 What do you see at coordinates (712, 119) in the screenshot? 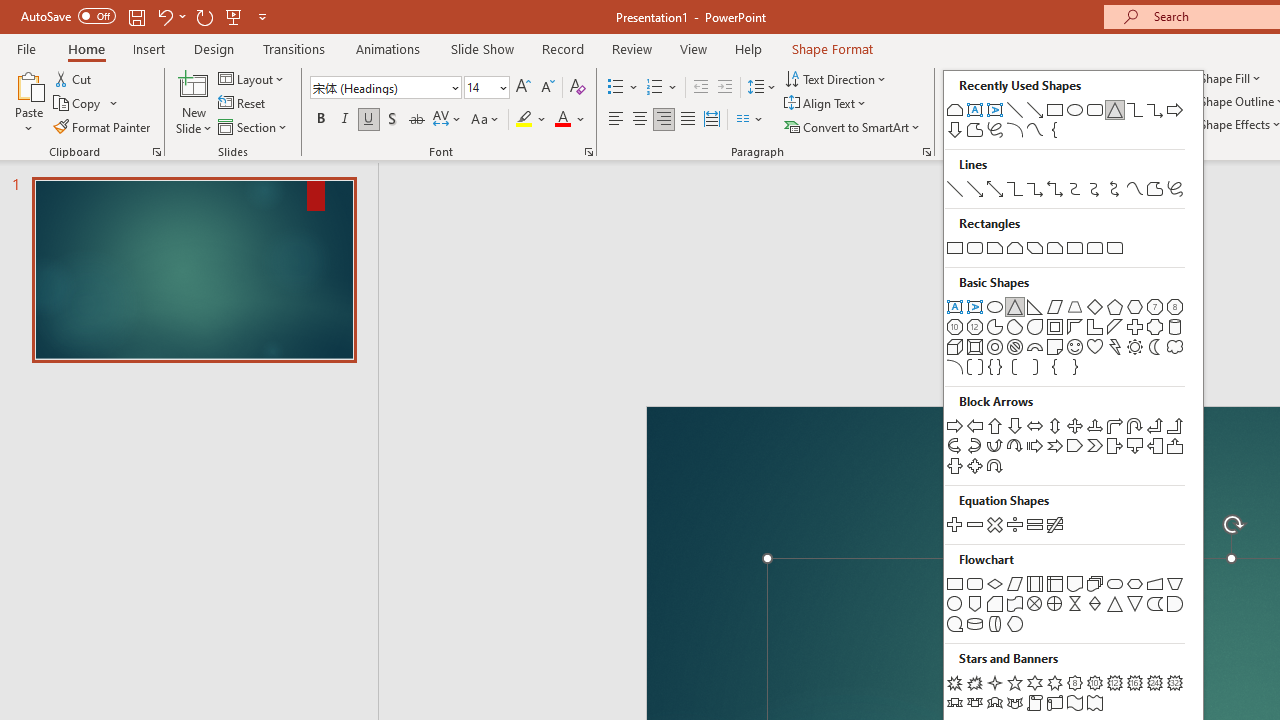
I see `'Distributed'` at bounding box center [712, 119].